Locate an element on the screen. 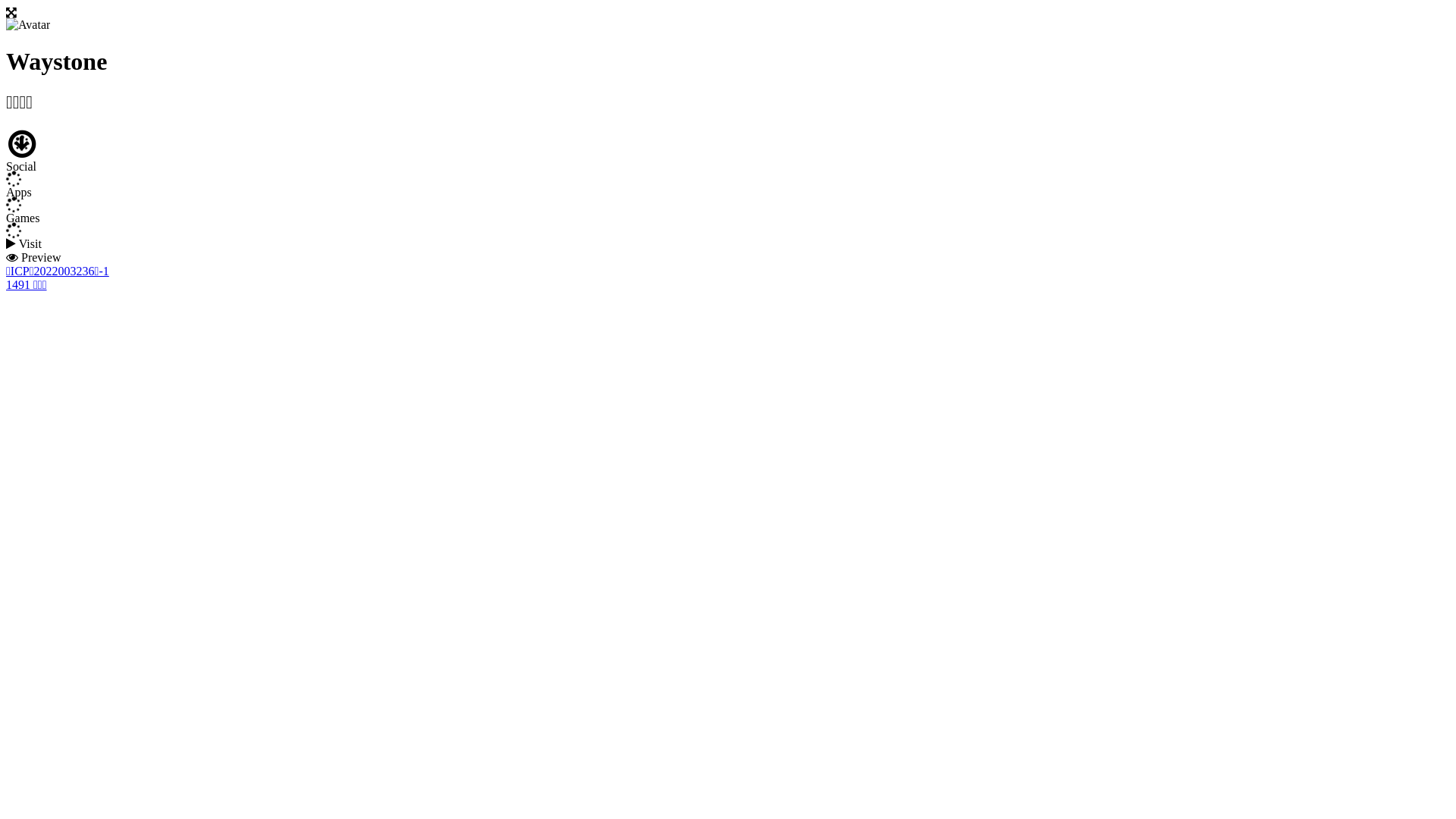  'Avatar' is located at coordinates (6, 25).